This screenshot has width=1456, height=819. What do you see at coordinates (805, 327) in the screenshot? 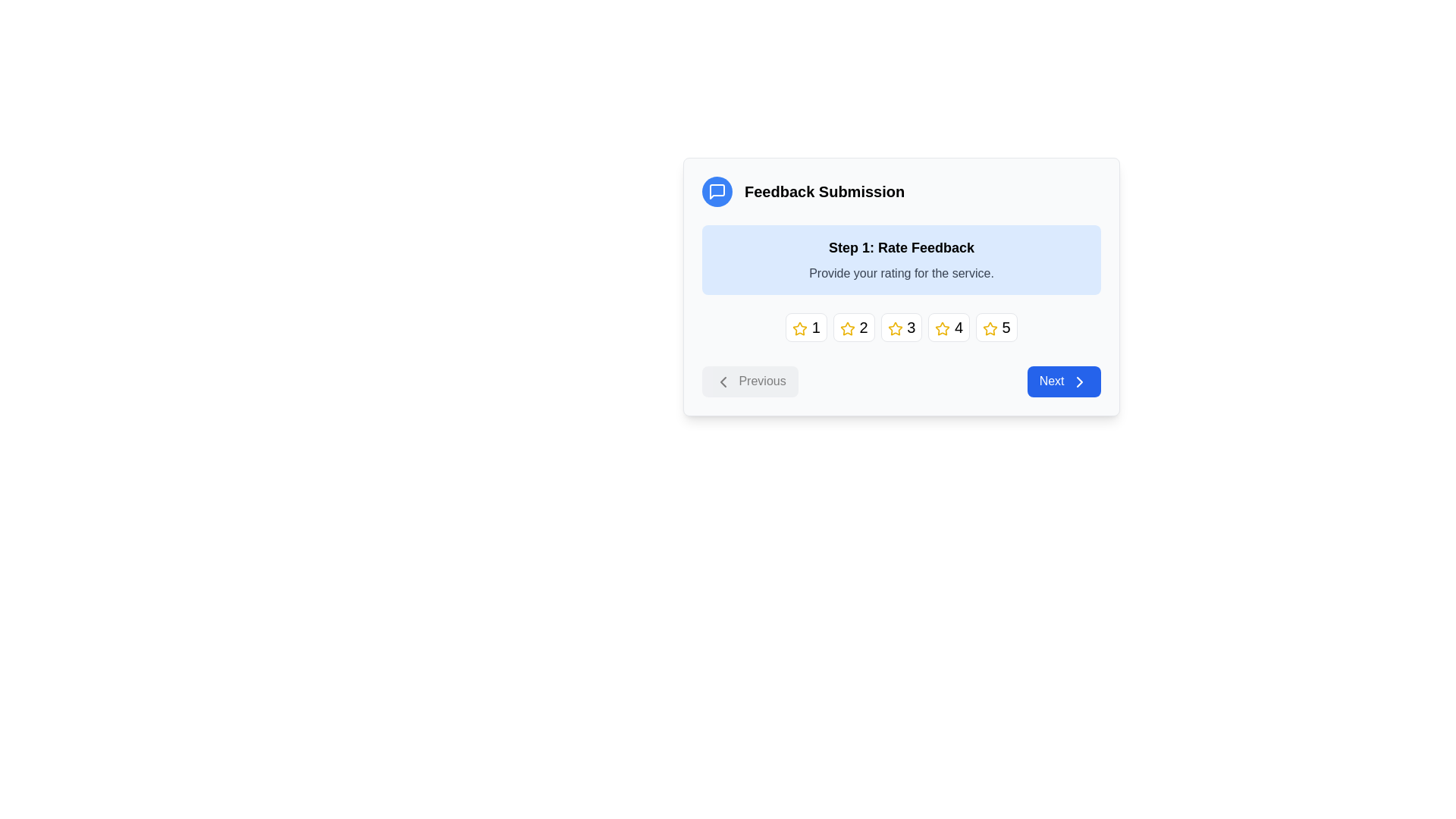
I see `the Rating Button displaying the numeral '1' beside a yellow star icon` at bounding box center [805, 327].